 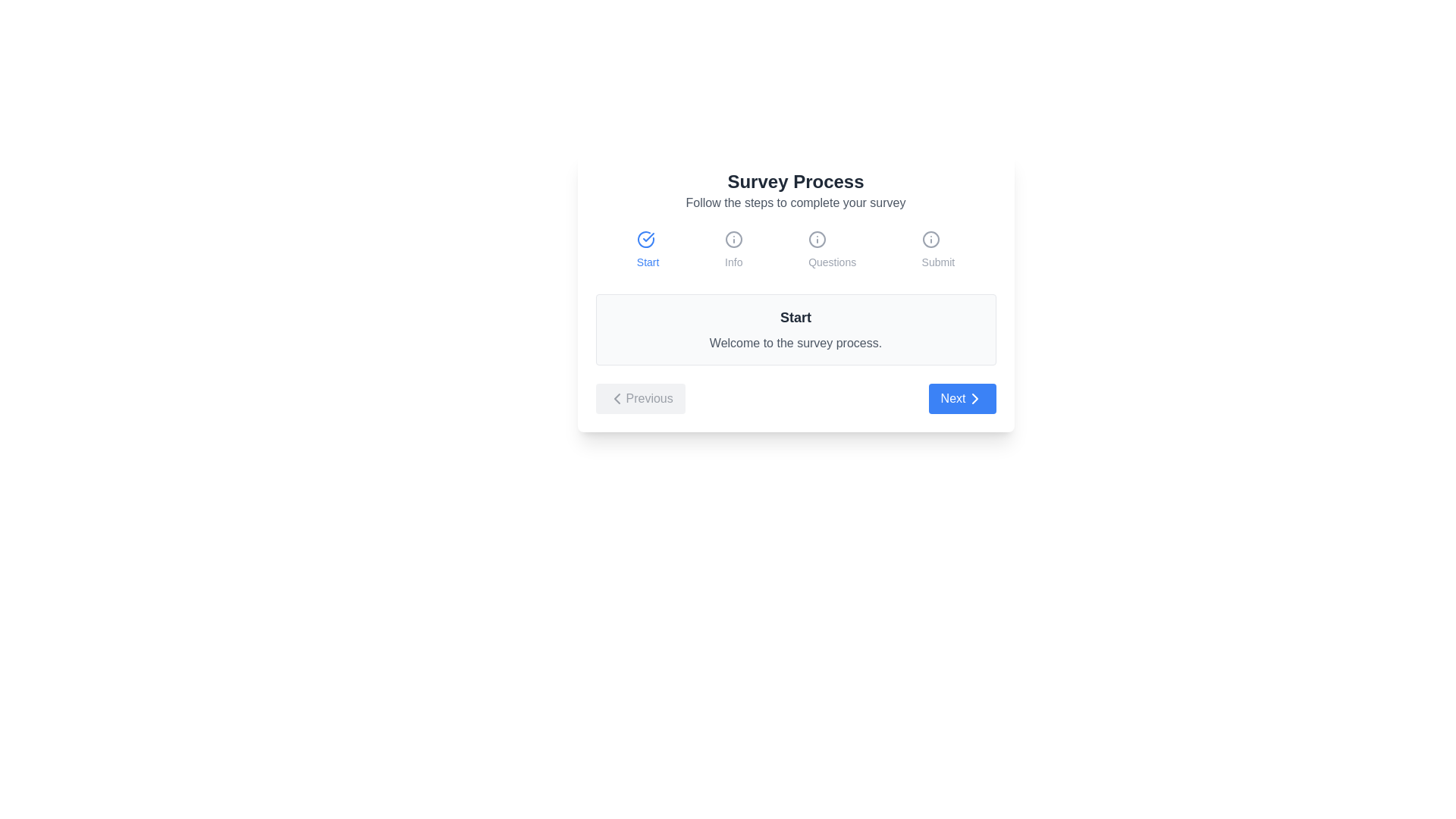 What do you see at coordinates (974, 397) in the screenshot?
I see `the small right-arrow icon with a blue background, which is positioned inside the 'Next' button and aligned to its right edge` at bounding box center [974, 397].